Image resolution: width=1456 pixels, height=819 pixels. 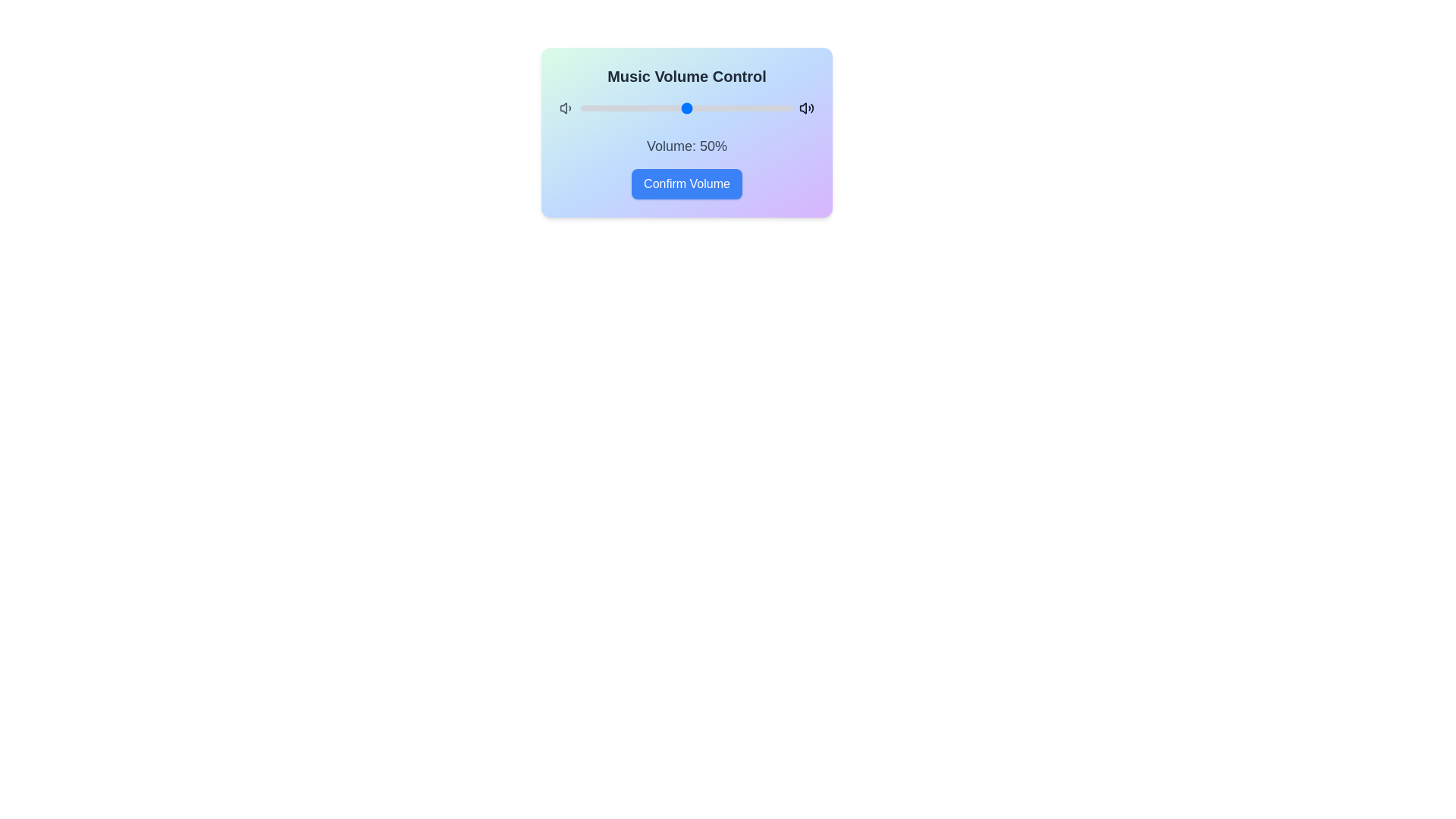 I want to click on the volume slider to set the volume to 79%, so click(x=748, y=107).